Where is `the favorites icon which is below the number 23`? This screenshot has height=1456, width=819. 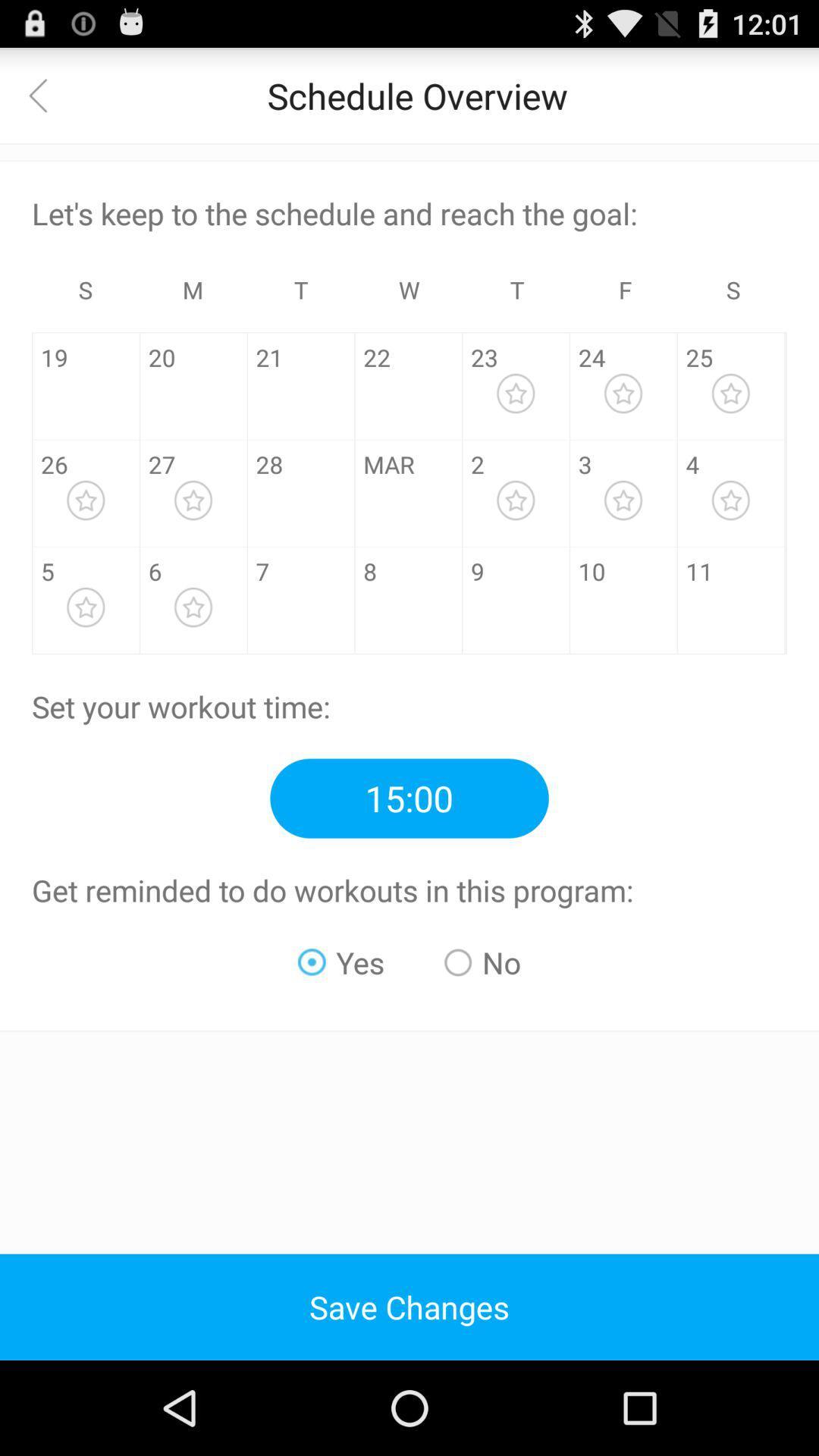
the favorites icon which is below the number 23 is located at coordinates (515, 393).